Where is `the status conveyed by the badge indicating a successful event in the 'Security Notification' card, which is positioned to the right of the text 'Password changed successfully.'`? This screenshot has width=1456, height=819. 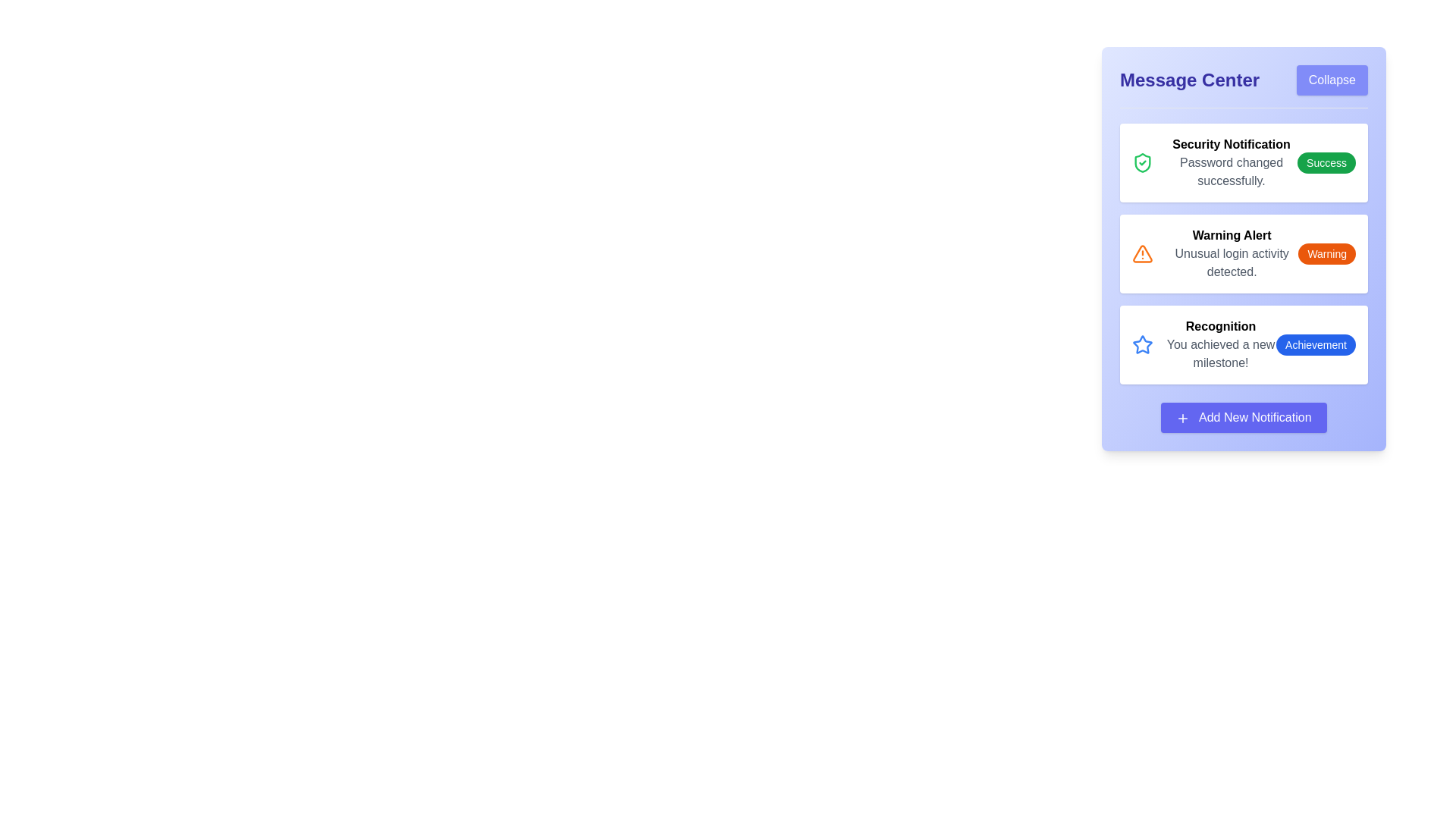 the status conveyed by the badge indicating a successful event in the 'Security Notification' card, which is positioned to the right of the text 'Password changed successfully.' is located at coordinates (1326, 163).